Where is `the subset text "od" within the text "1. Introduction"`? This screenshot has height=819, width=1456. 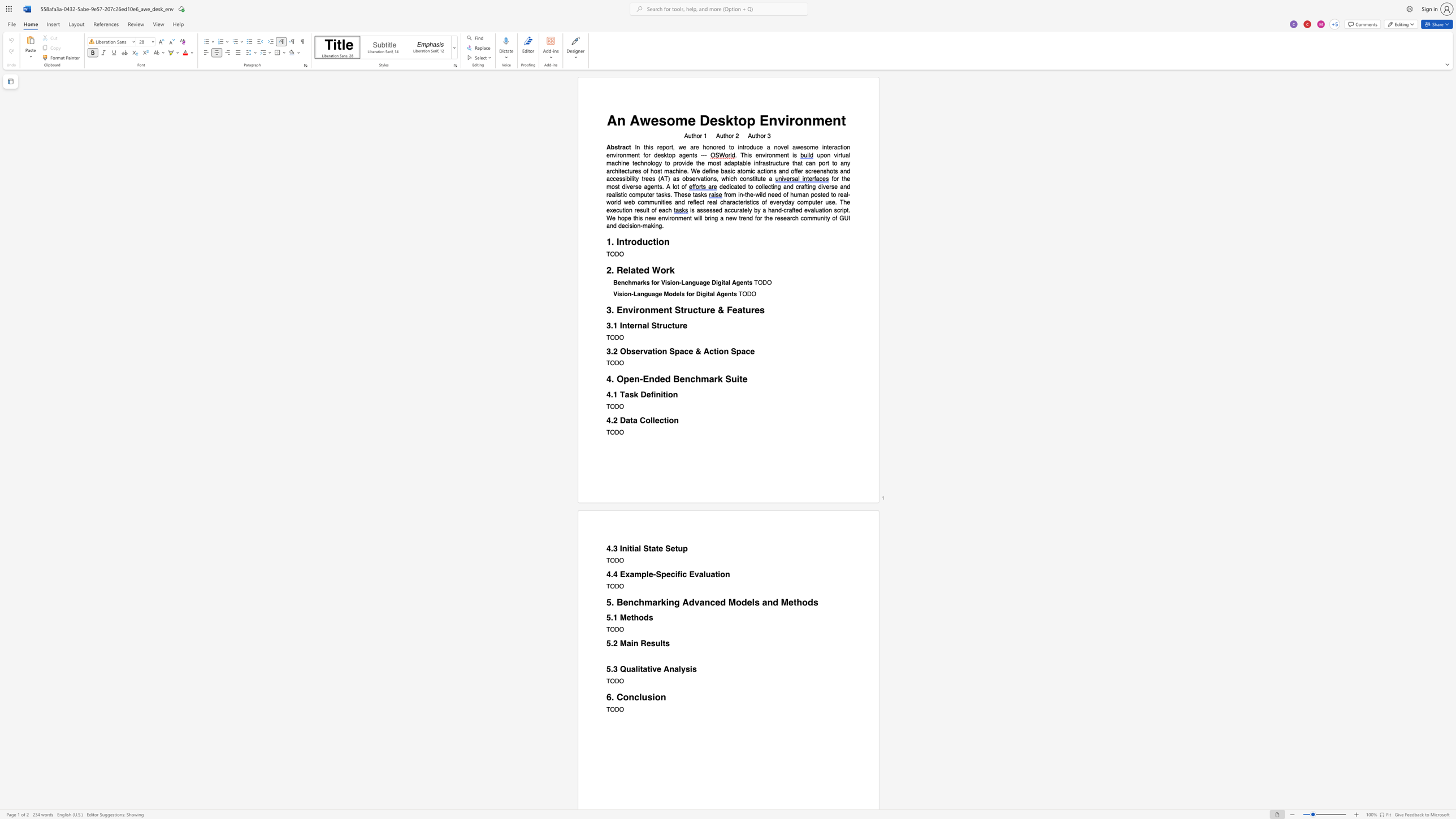 the subset text "od" within the text "1. Introduction" is located at coordinates (631, 241).